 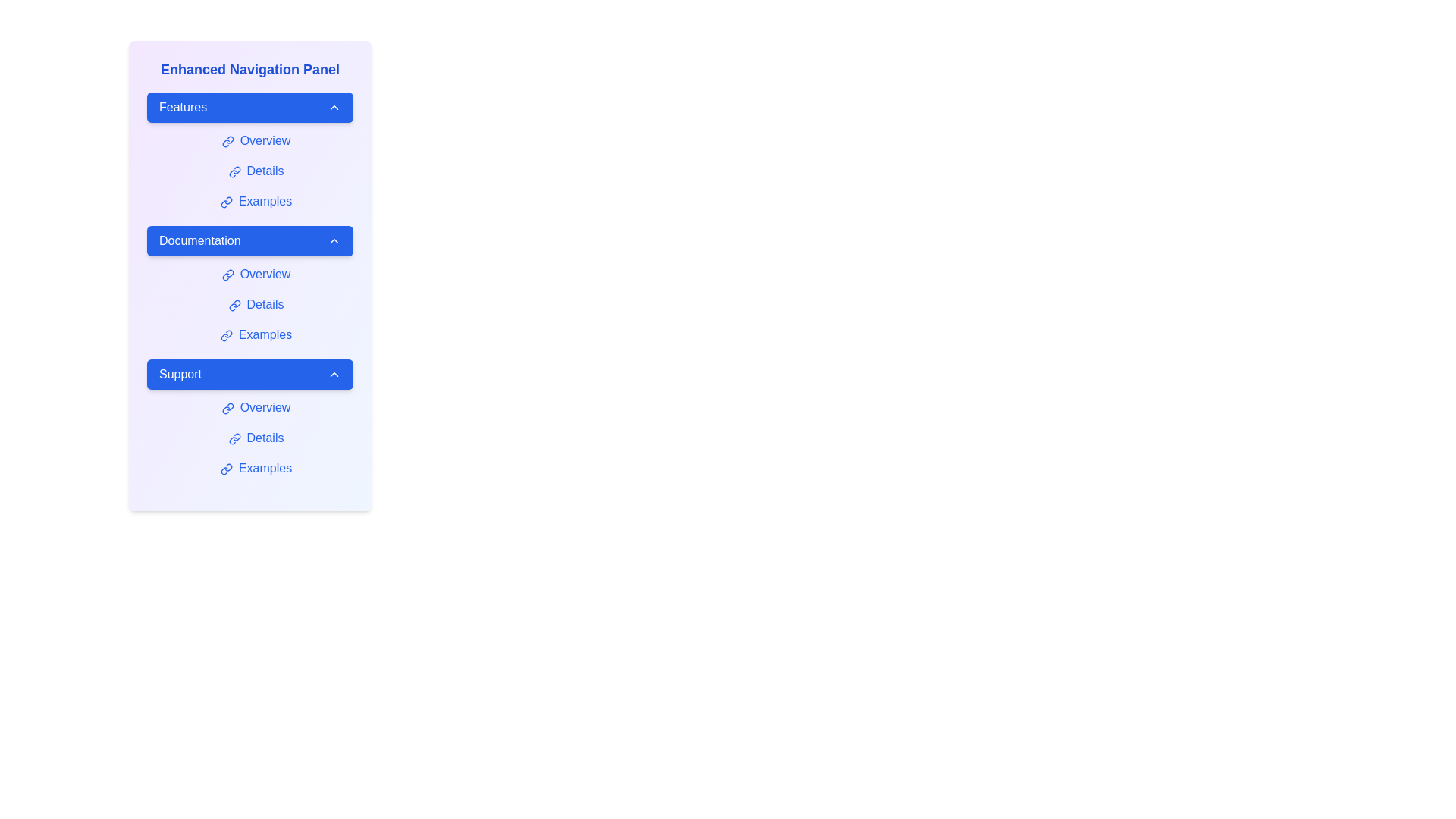 I want to click on the 'Support Details' hyperlink located in the 'Support' collapsible panel, positioned as the second item in the vertical list, so click(x=256, y=438).